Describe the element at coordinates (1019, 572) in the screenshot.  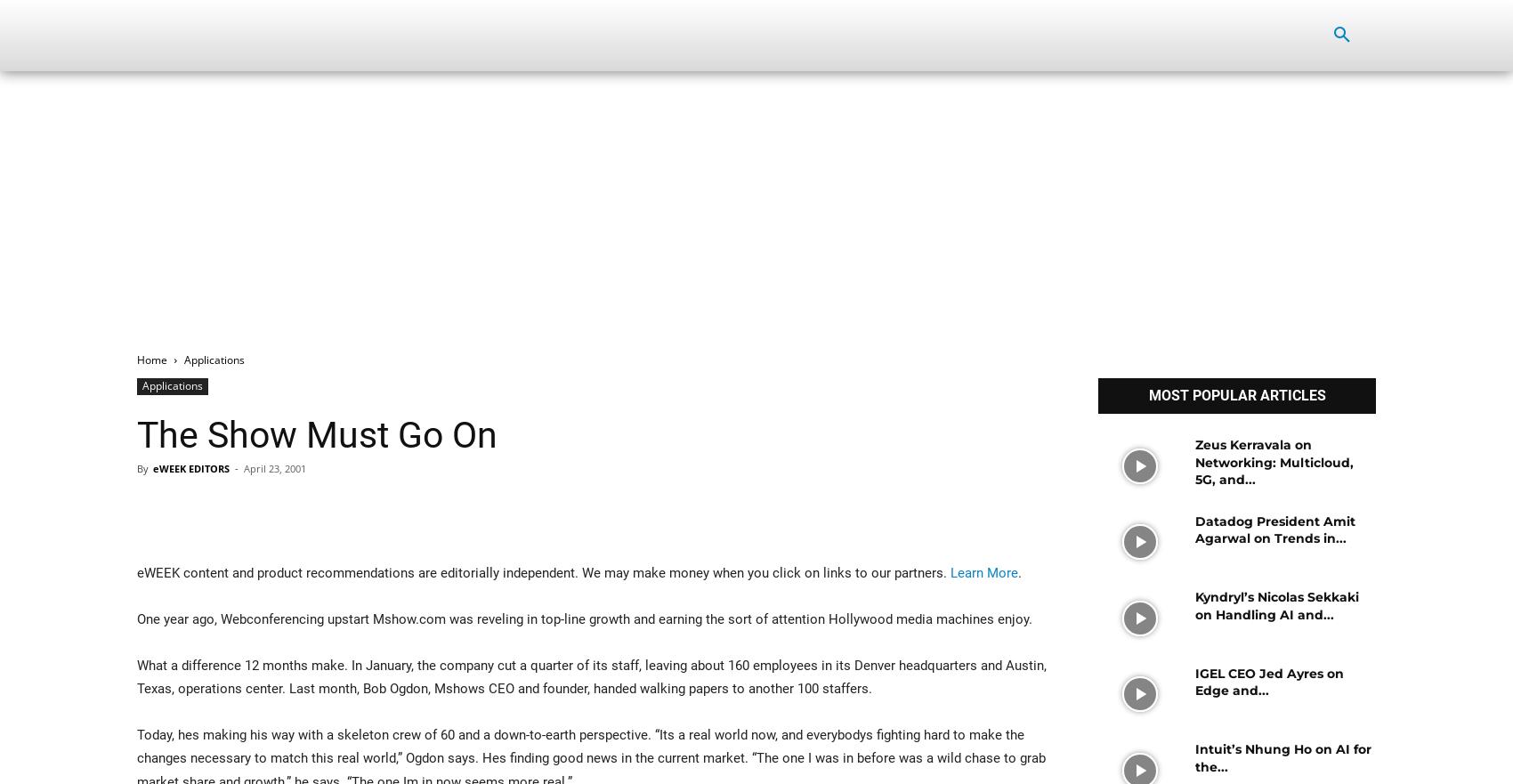
I see `'.'` at that location.